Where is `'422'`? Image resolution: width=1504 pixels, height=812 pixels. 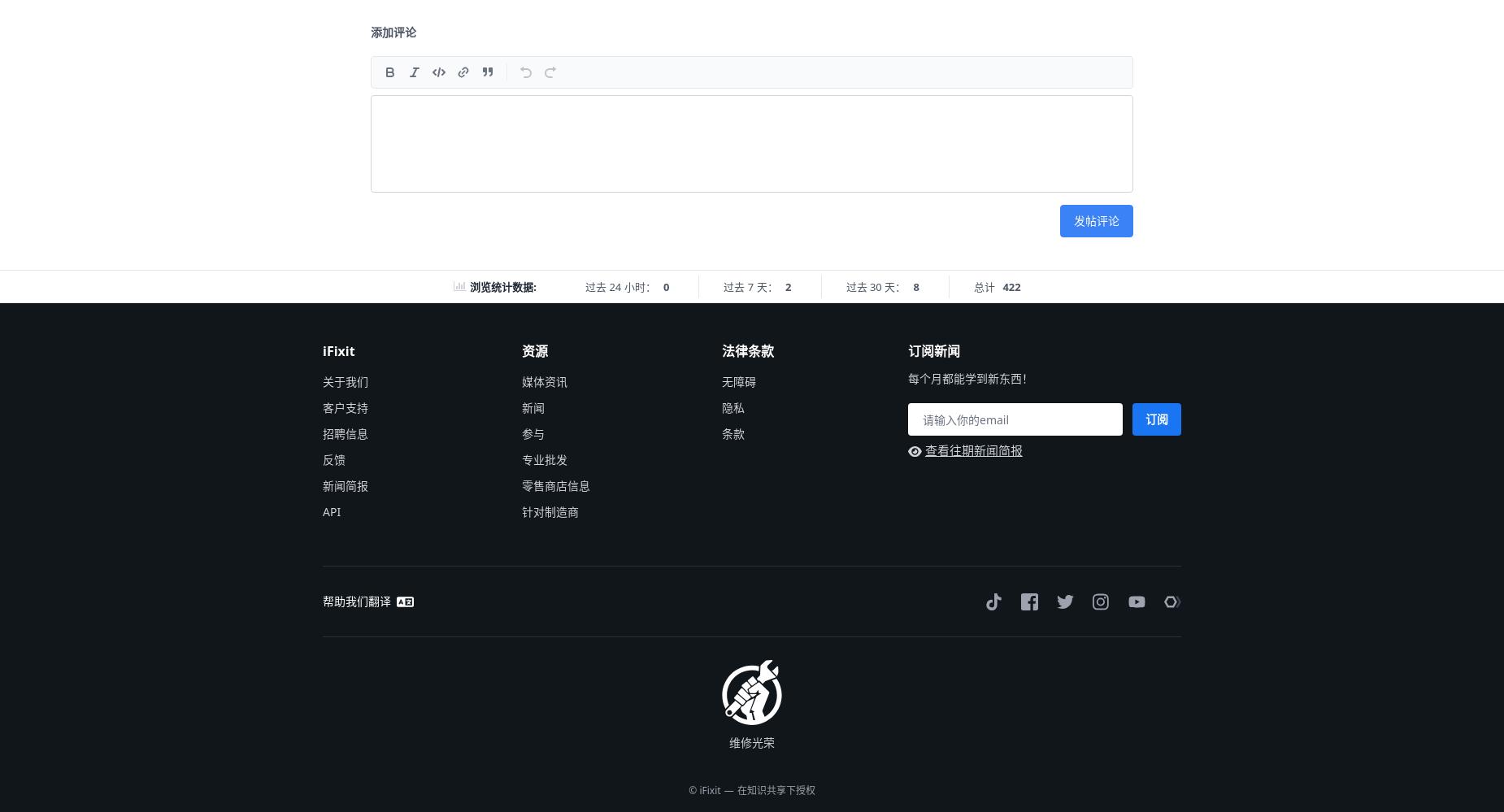 '422' is located at coordinates (1010, 286).